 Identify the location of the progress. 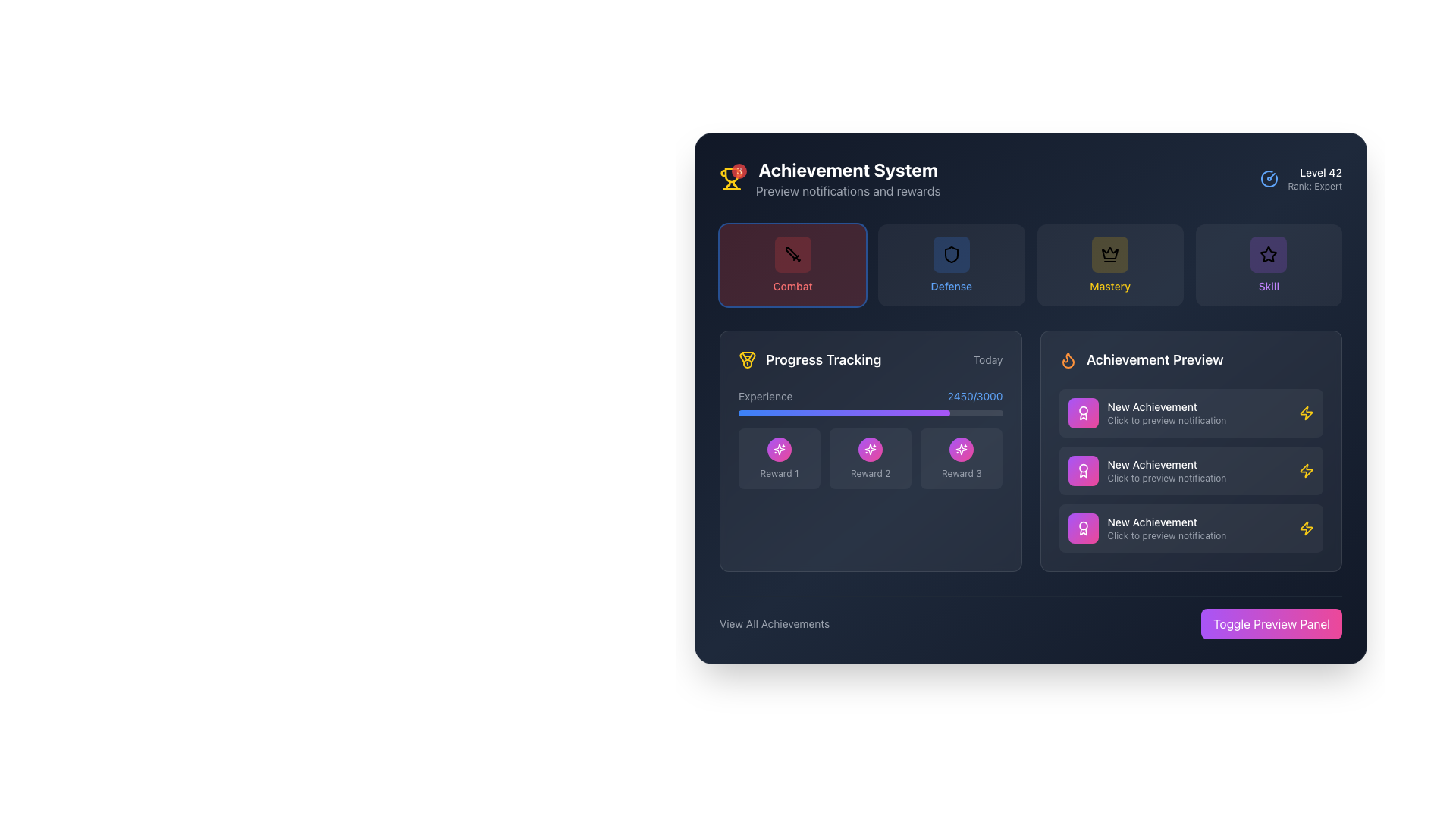
(979, 413).